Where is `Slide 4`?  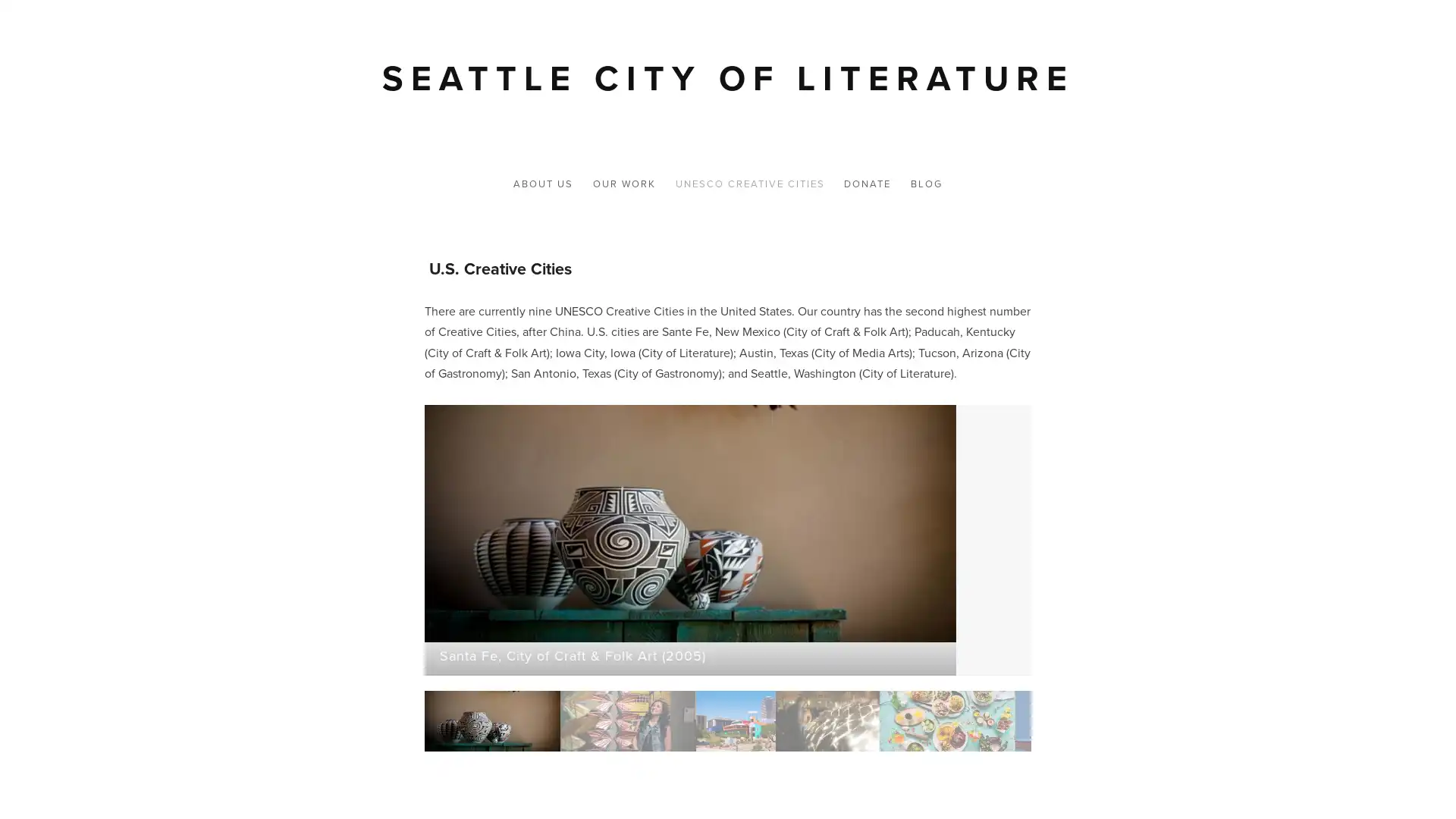 Slide 4 is located at coordinates (726, 720).